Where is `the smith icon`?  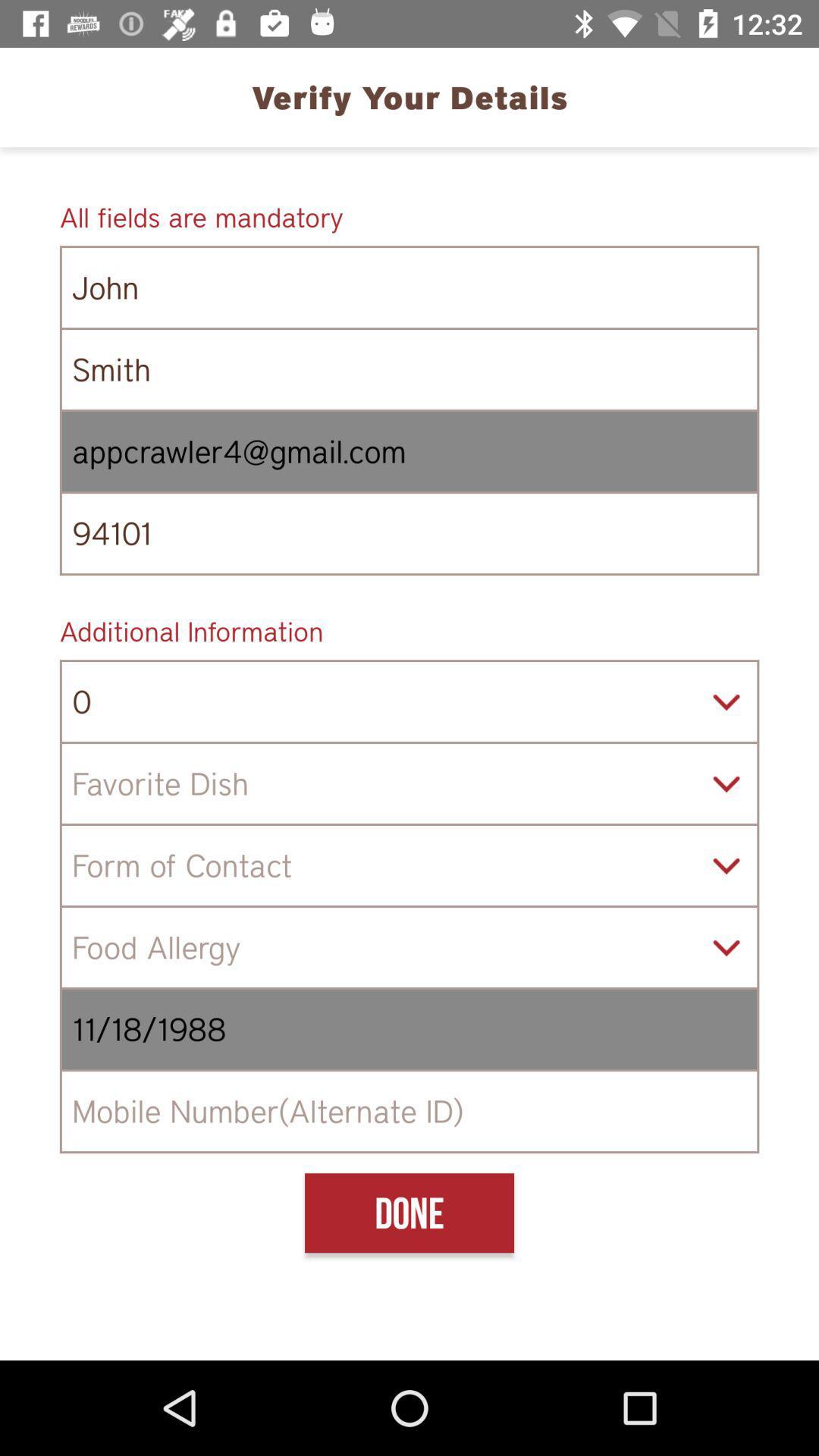 the smith icon is located at coordinates (409, 369).